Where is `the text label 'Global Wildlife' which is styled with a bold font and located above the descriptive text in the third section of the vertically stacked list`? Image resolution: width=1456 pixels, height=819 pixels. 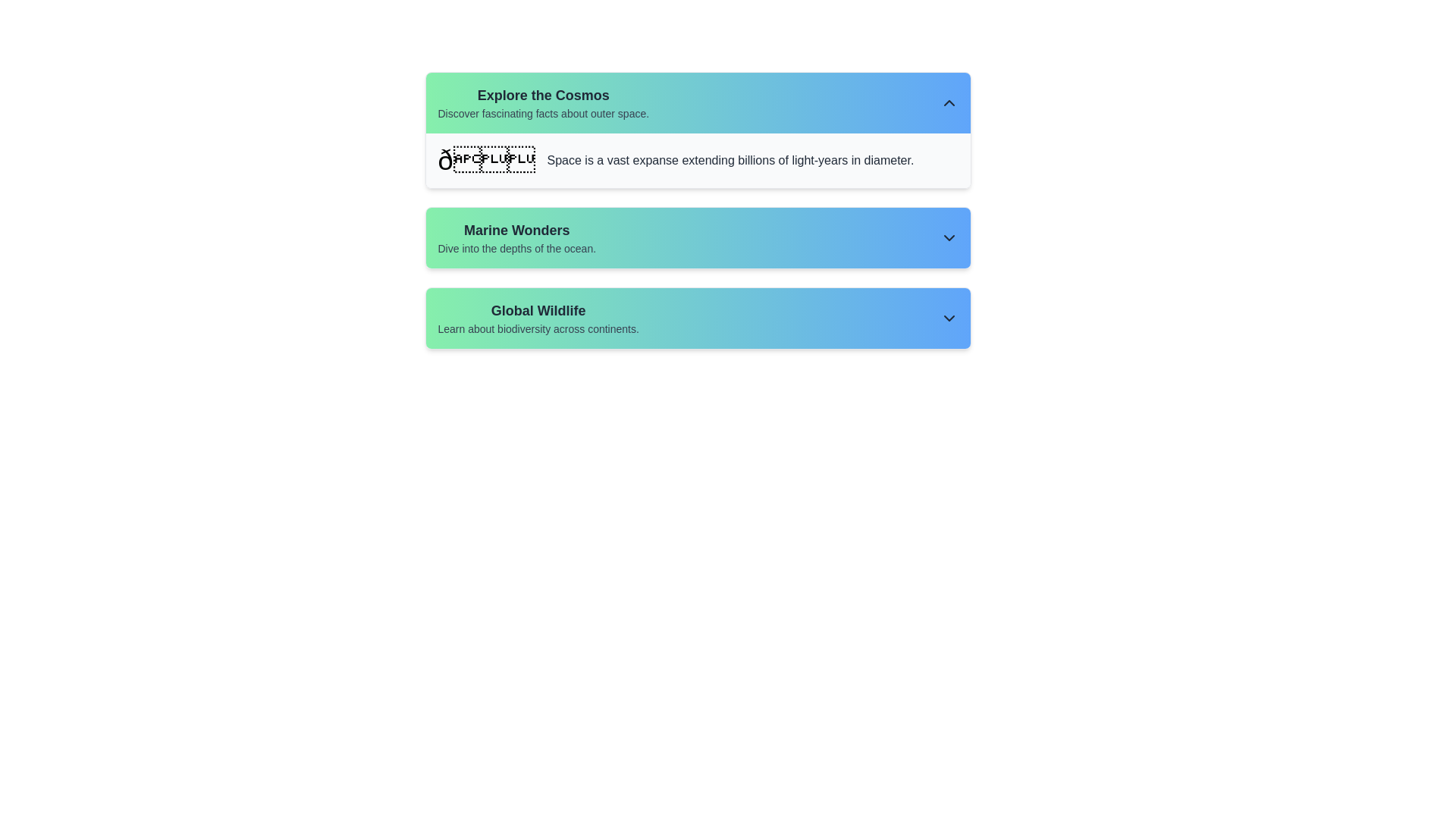
the text label 'Global Wildlife' which is styled with a bold font and located above the descriptive text in the third section of the vertically stacked list is located at coordinates (538, 309).